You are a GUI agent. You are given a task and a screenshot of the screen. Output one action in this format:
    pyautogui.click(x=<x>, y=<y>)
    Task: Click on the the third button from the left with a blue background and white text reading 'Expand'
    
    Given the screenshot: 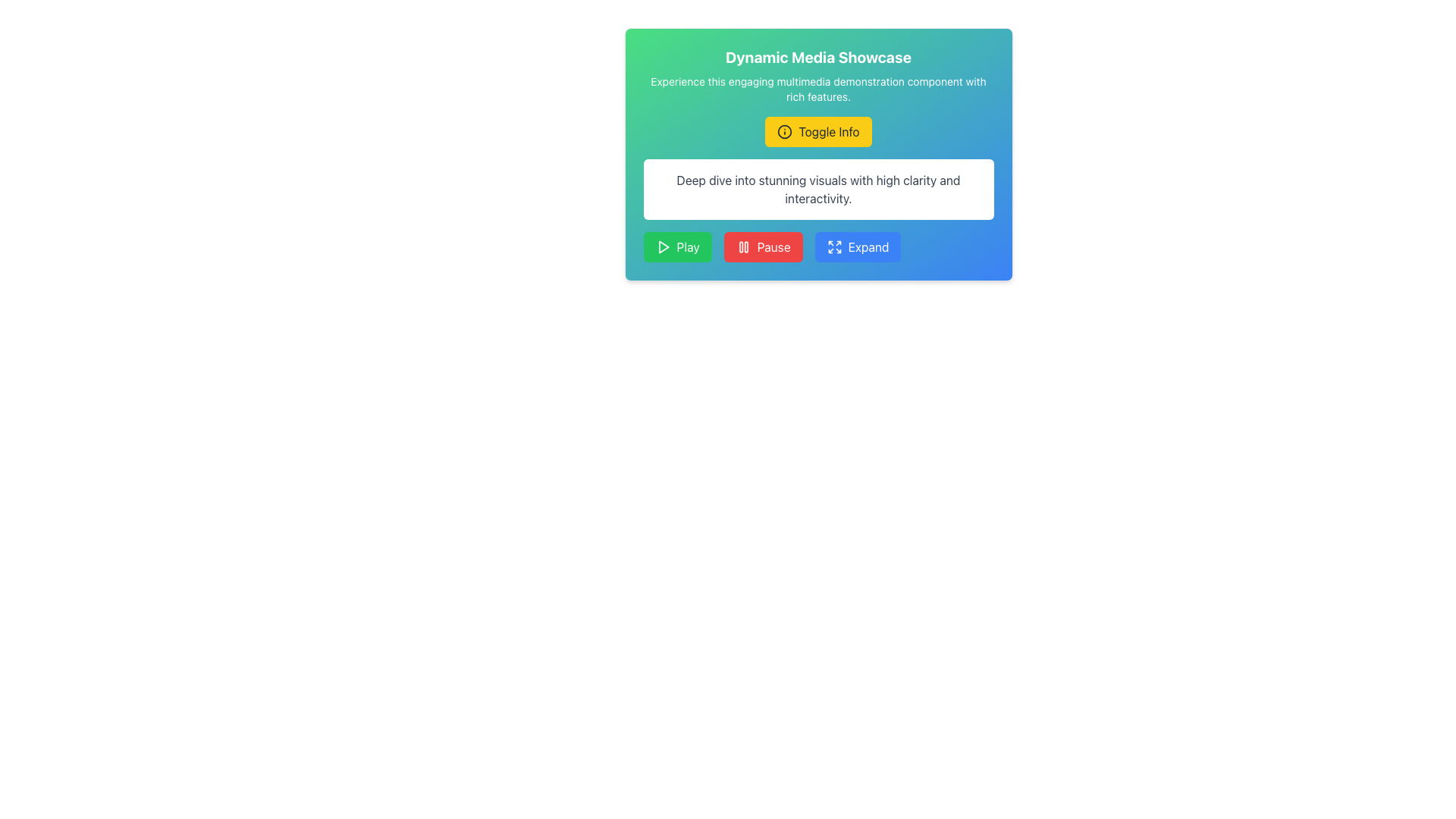 What is the action you would take?
    pyautogui.click(x=858, y=246)
    